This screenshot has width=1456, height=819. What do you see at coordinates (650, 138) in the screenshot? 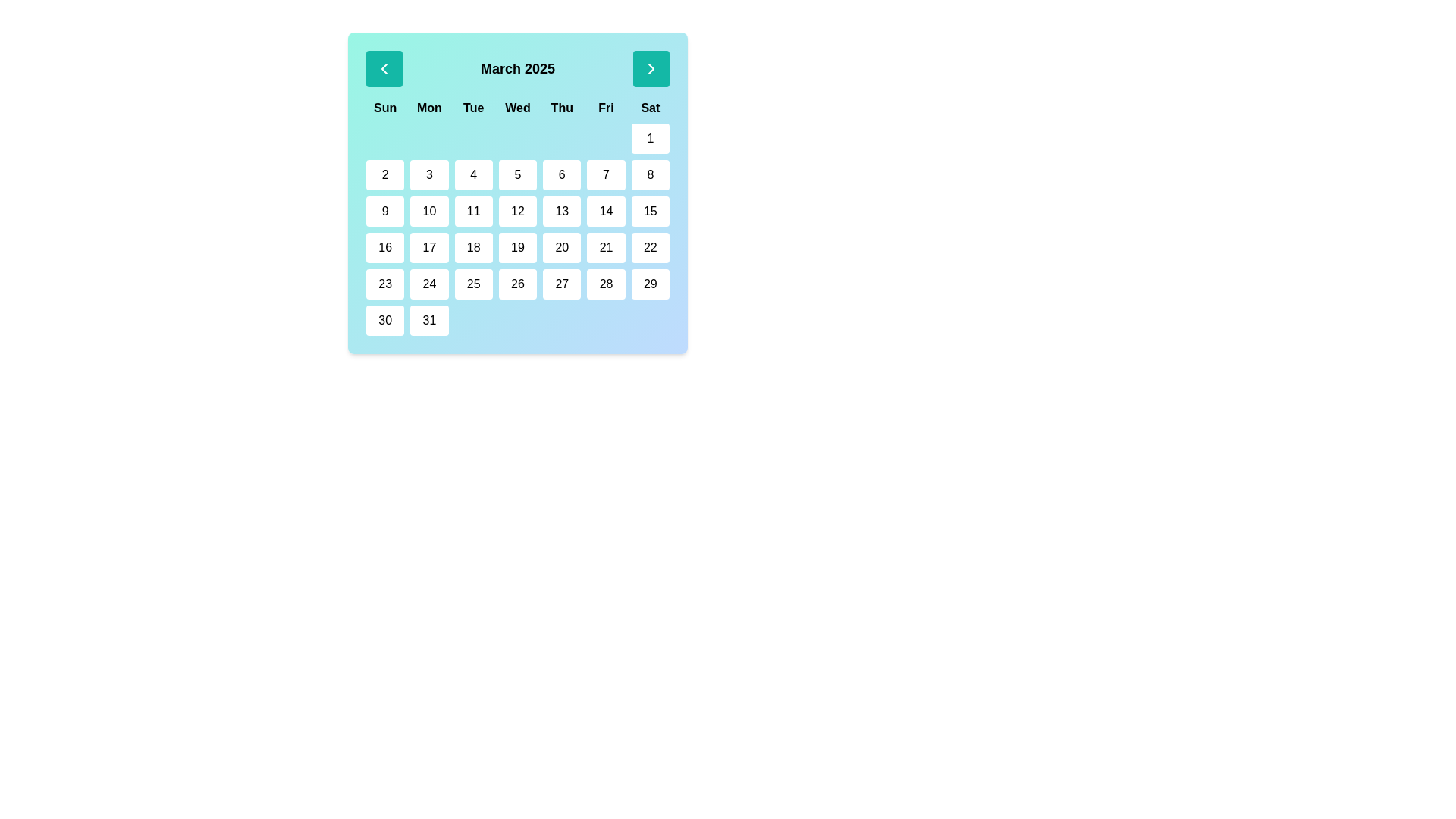
I see `the square button displaying the number '1' with a white background and black text, located under the 'Sat' header in the top row of the calendar grid` at bounding box center [650, 138].